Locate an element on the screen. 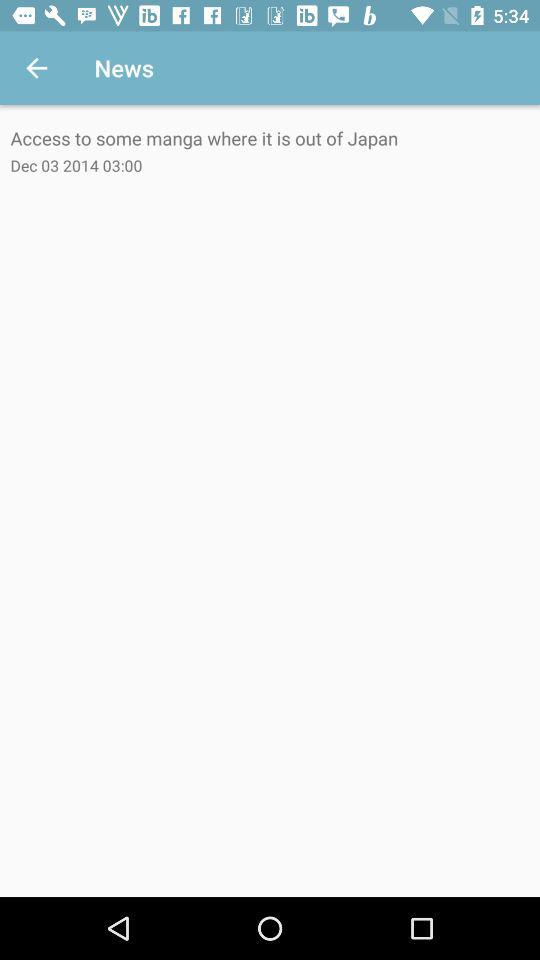  item above access to some item is located at coordinates (36, 68).